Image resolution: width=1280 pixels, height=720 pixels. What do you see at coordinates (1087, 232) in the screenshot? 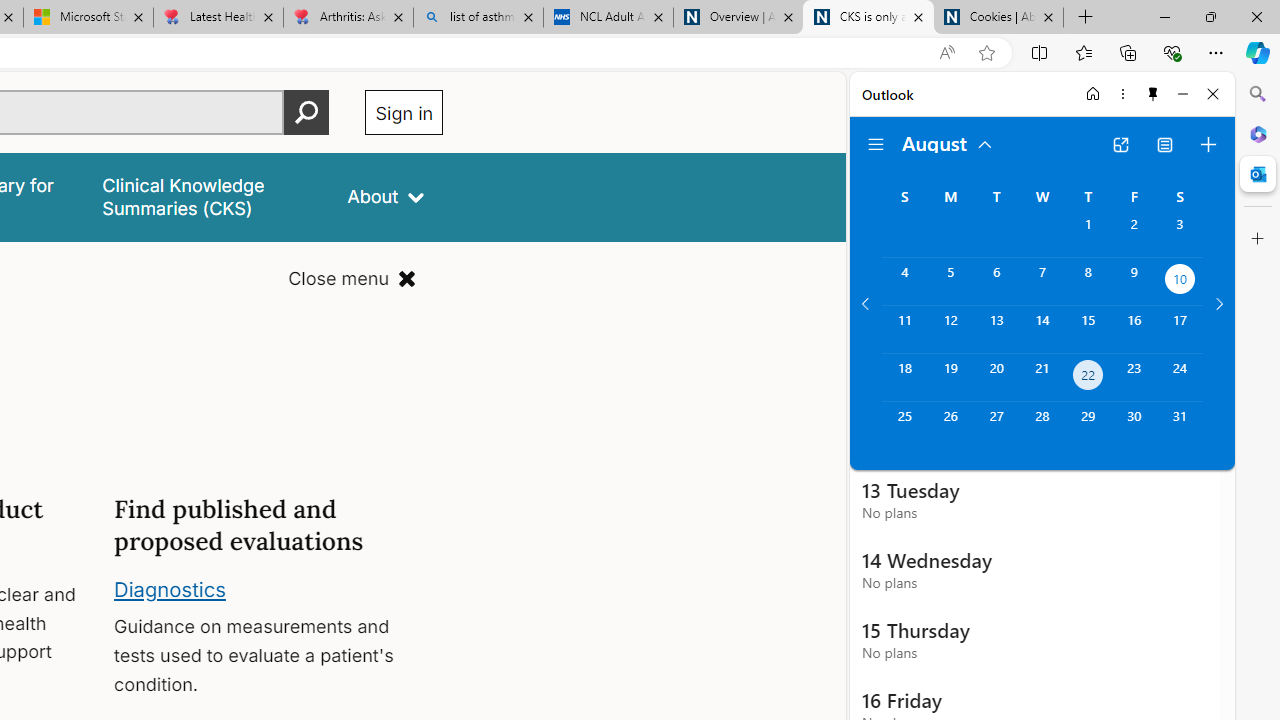
I see `'Thursday, August 1, 2024. '` at bounding box center [1087, 232].